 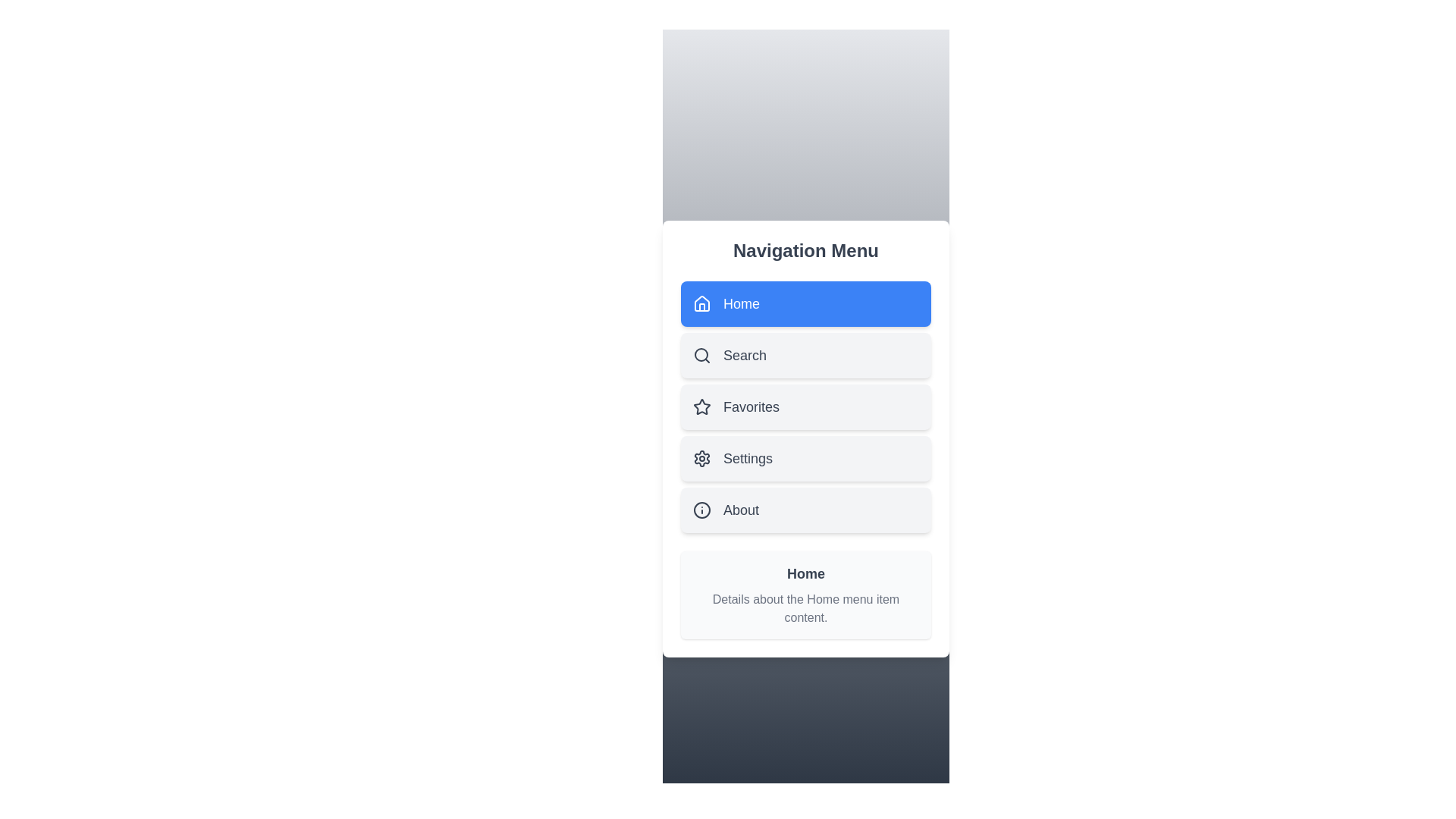 I want to click on the menu item icon corresponding to Home, so click(x=701, y=304).